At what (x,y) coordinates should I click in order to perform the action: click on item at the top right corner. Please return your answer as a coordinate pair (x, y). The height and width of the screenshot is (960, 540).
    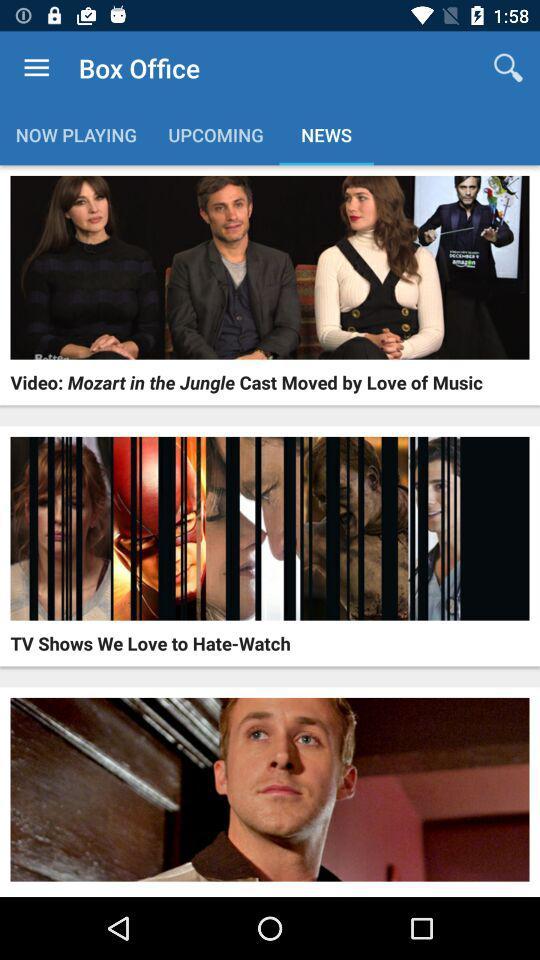
    Looking at the image, I should click on (508, 68).